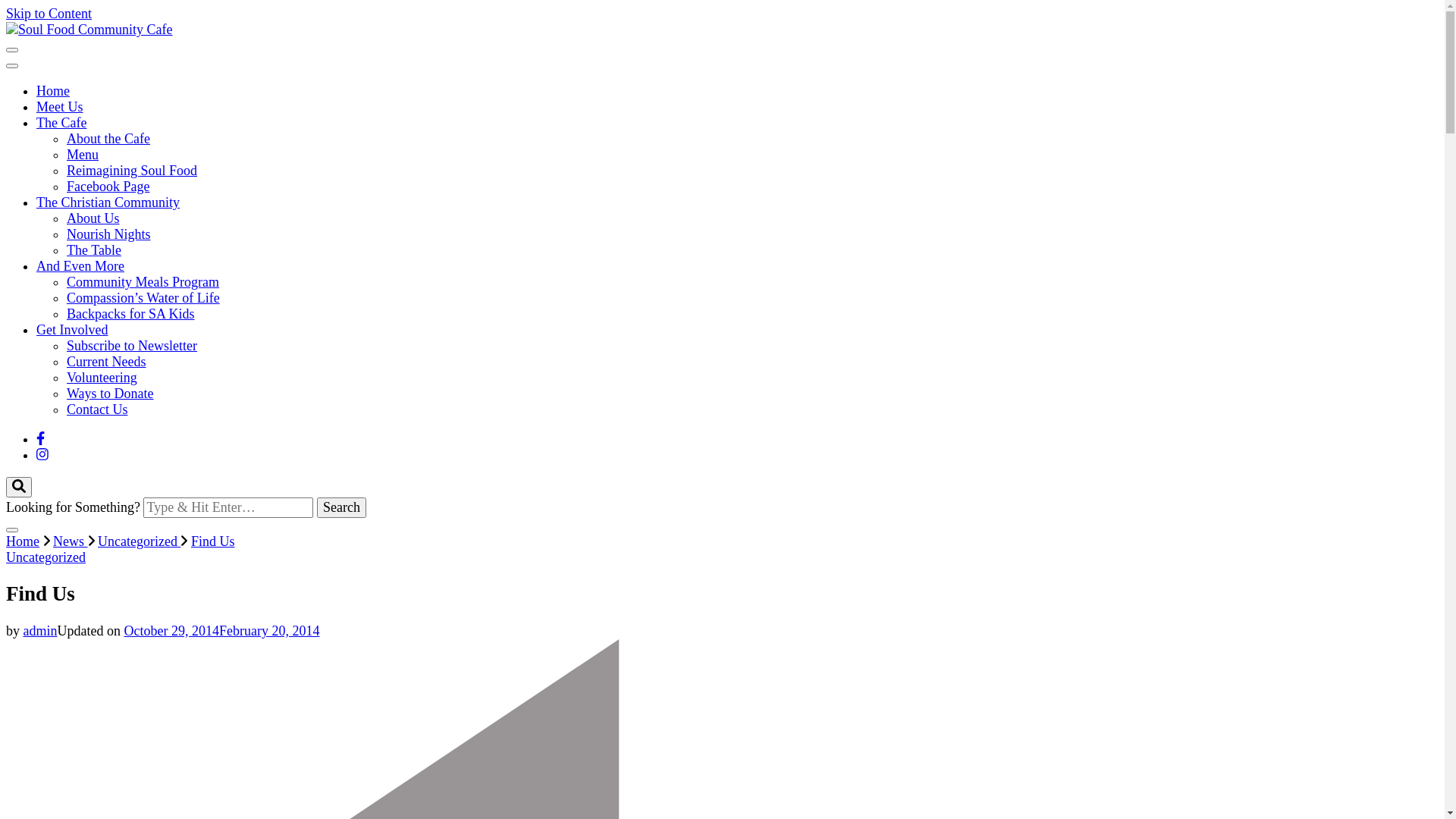 The image size is (1456, 819). What do you see at coordinates (22, 631) in the screenshot?
I see `'admin'` at bounding box center [22, 631].